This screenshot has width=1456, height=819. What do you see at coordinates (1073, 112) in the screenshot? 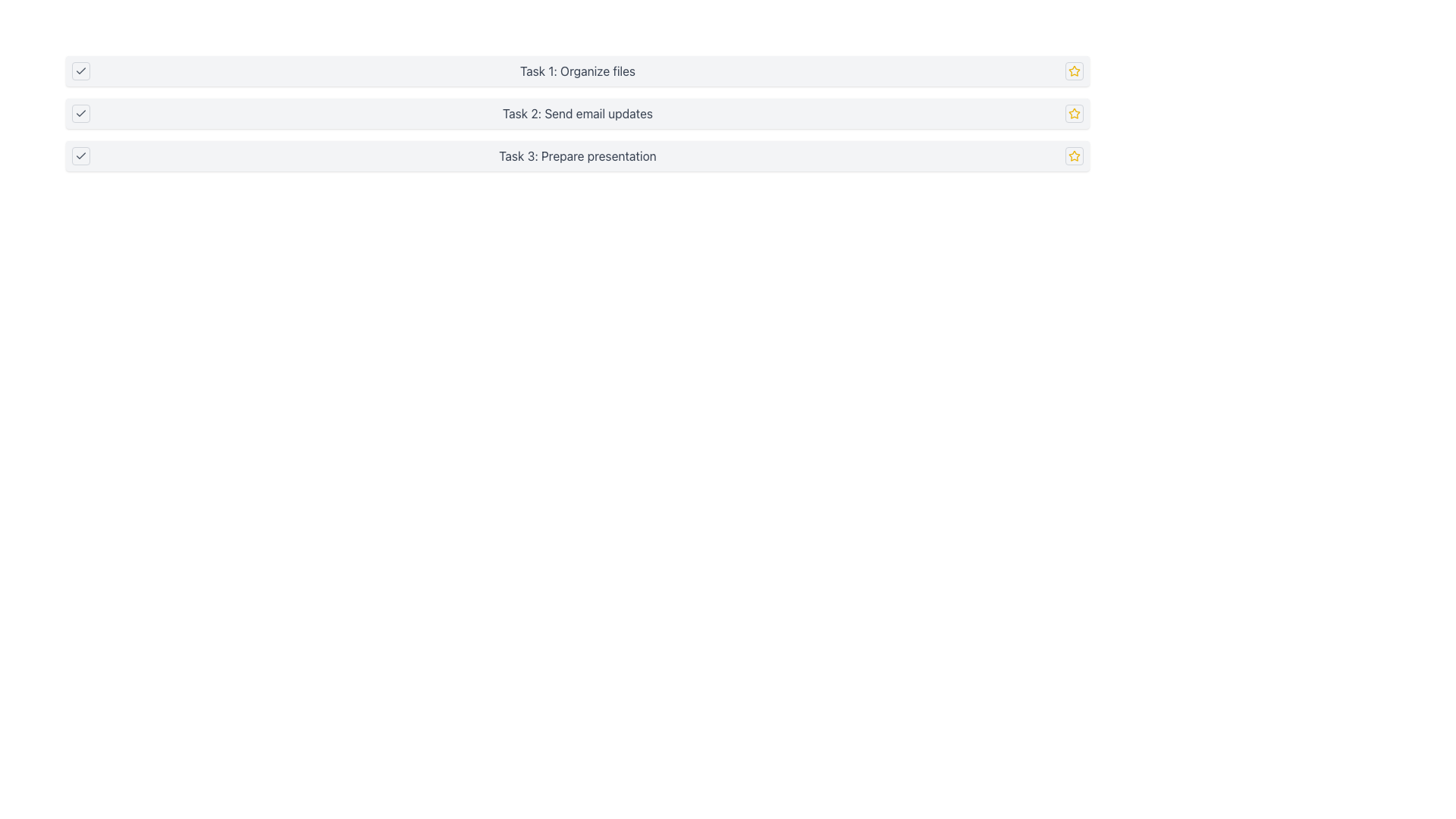
I see `the star-shaped button with a hollow center and yellow color located on the rightmost side of 'Task 3: Prepare presentation'` at bounding box center [1073, 112].